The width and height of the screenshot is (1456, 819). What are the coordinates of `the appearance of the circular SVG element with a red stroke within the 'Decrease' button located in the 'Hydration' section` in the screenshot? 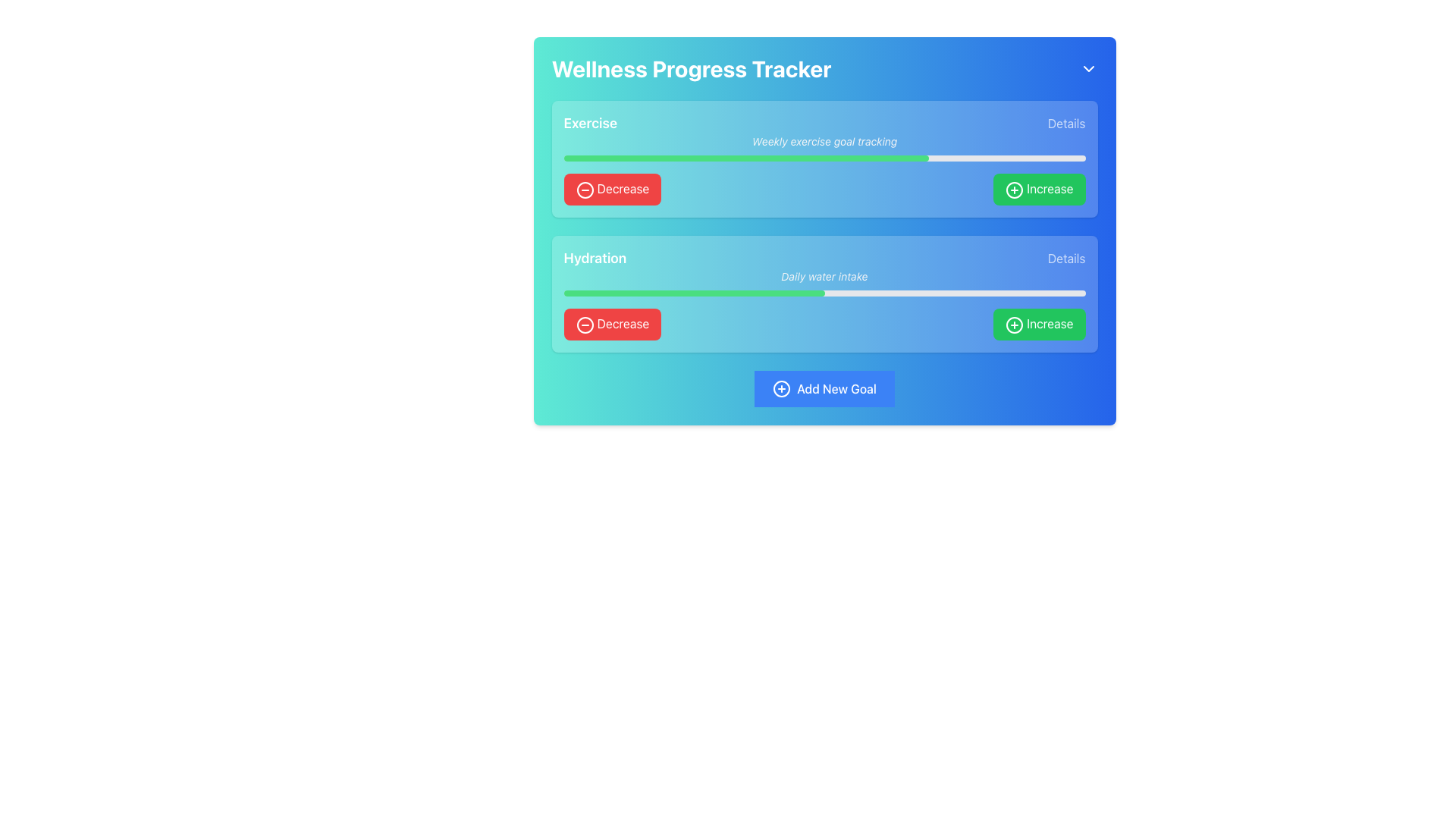 It's located at (584, 324).